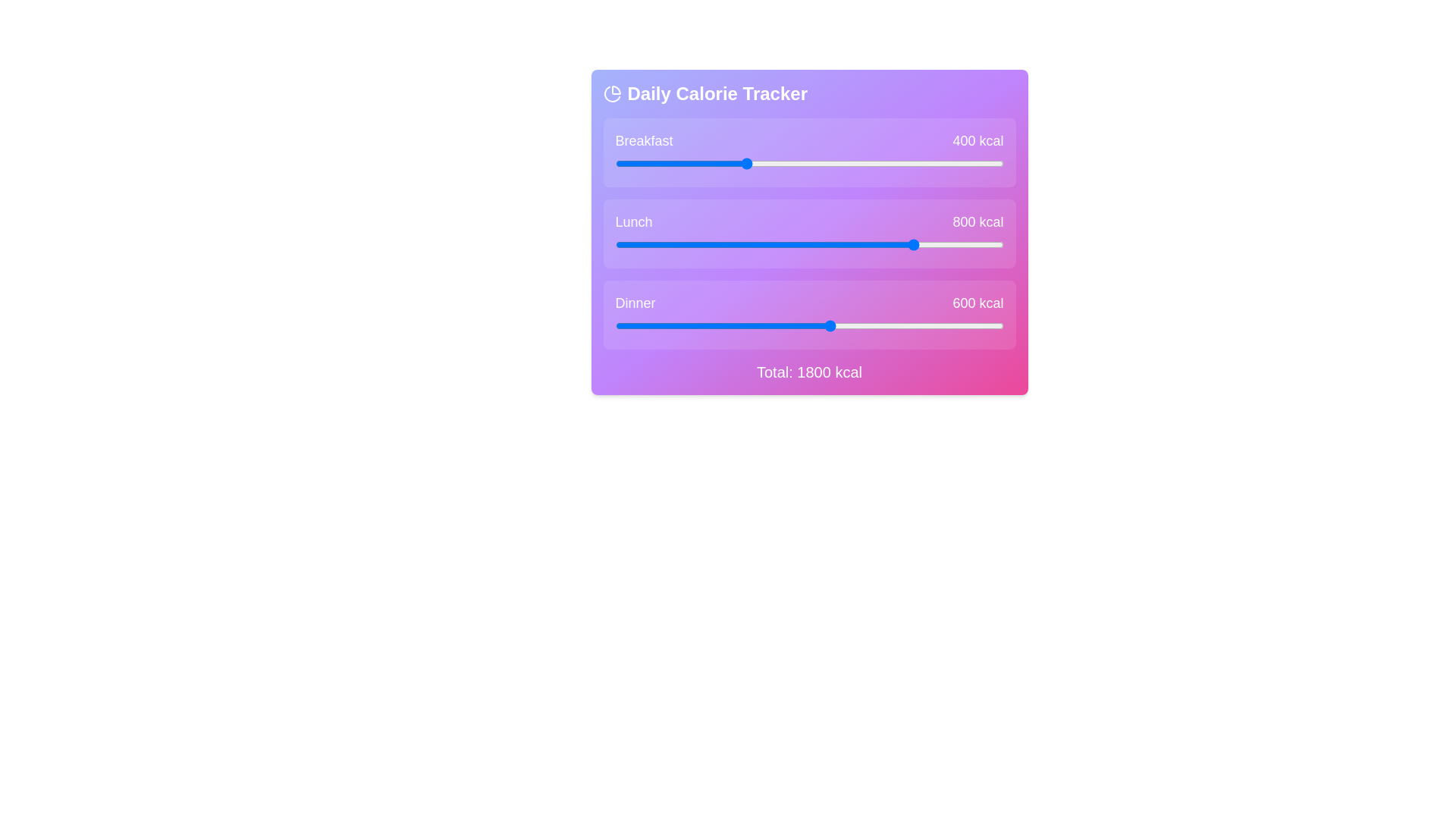 The height and width of the screenshot is (819, 1456). I want to click on the dinner calorie value, so click(667, 325).